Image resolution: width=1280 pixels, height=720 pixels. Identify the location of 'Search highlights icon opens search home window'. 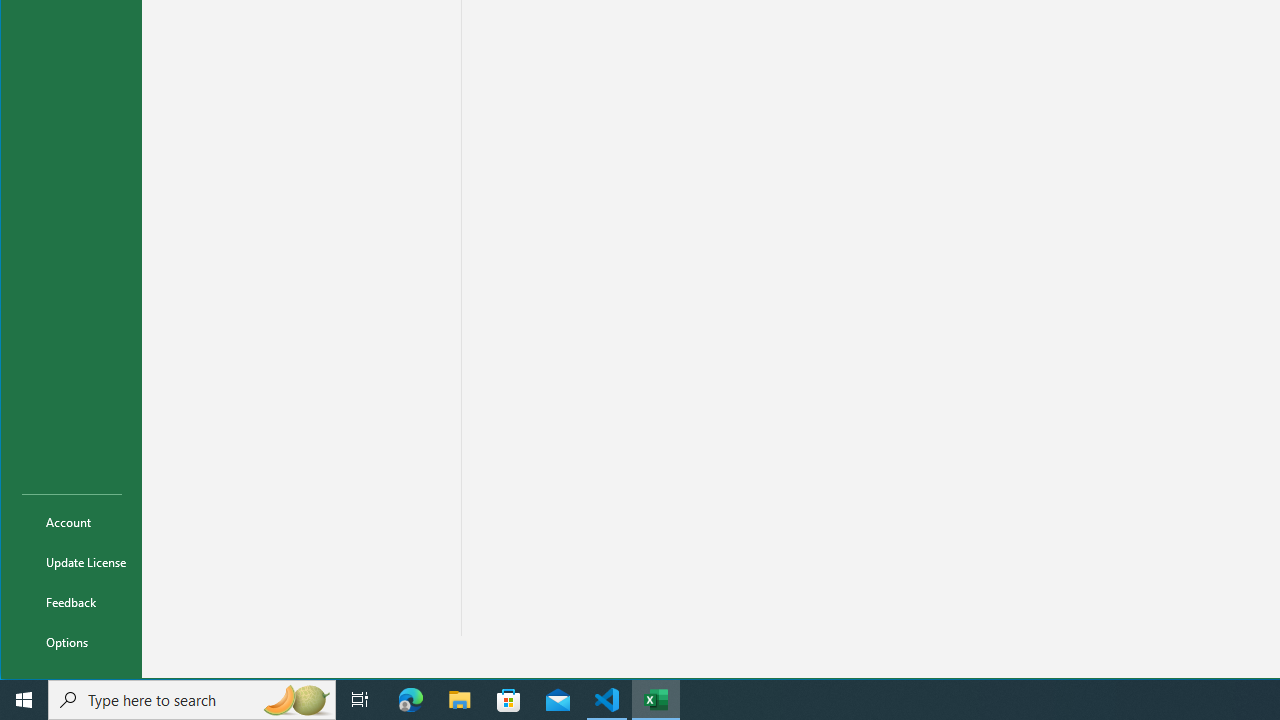
(294, 698).